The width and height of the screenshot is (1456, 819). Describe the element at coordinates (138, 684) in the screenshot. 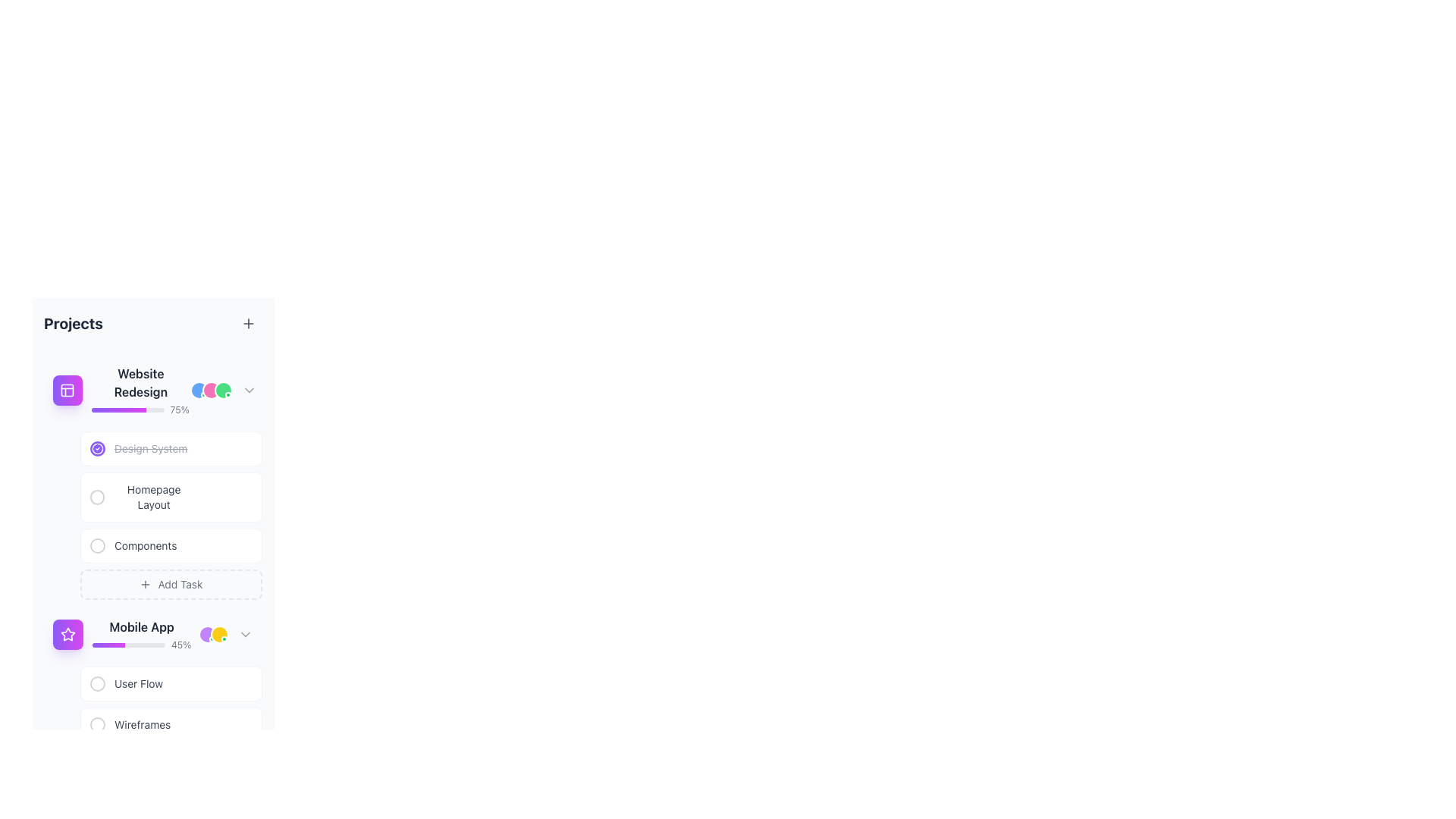

I see `the 'User Flow' text label, which is a smaller gray font indicating secondary text, located in the 'Mobile App' section below the progress bar and above the 'Wireframes' item` at that location.